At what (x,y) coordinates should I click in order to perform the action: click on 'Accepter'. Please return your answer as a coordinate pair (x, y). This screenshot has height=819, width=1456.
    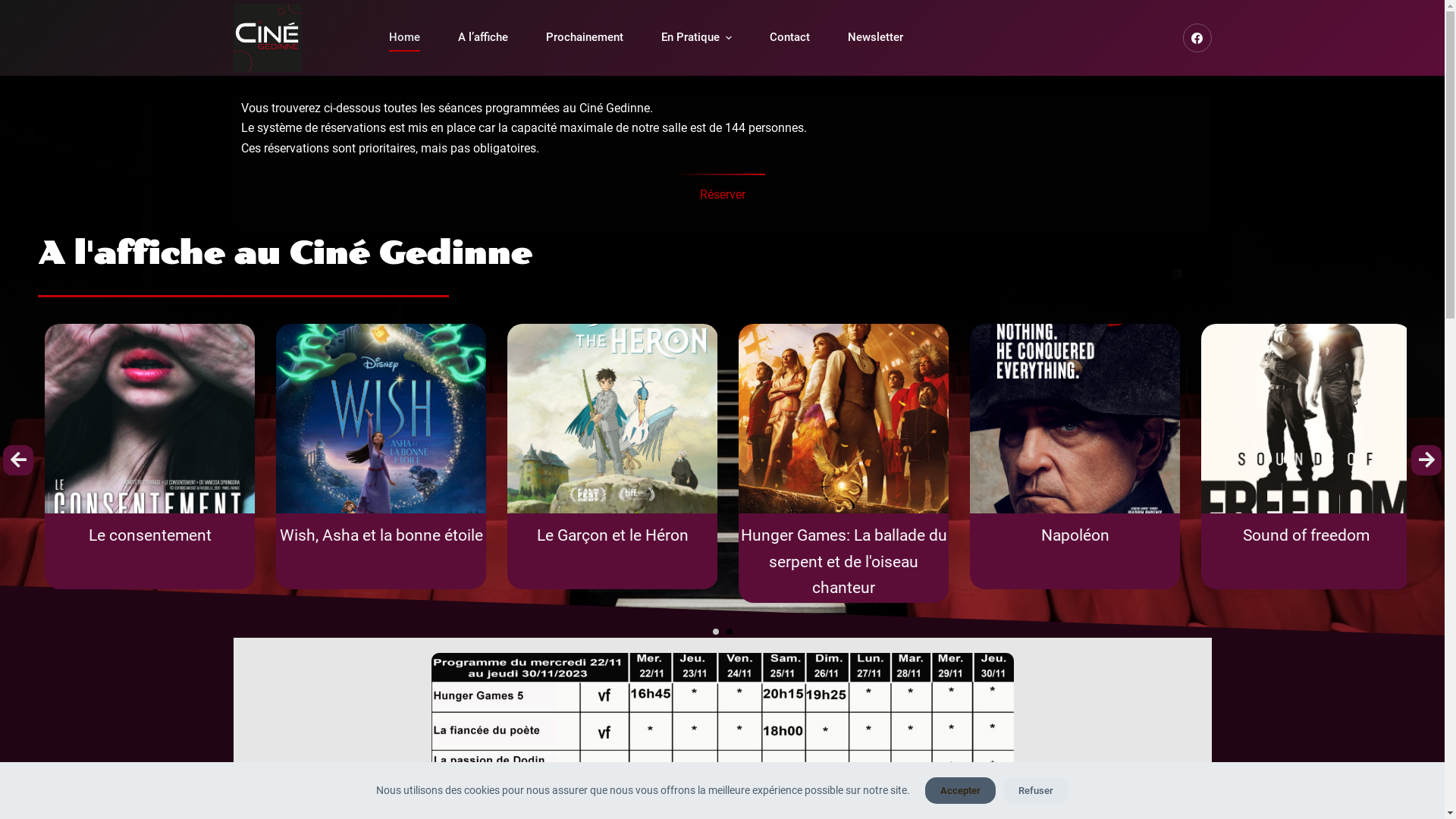
    Looking at the image, I should click on (924, 789).